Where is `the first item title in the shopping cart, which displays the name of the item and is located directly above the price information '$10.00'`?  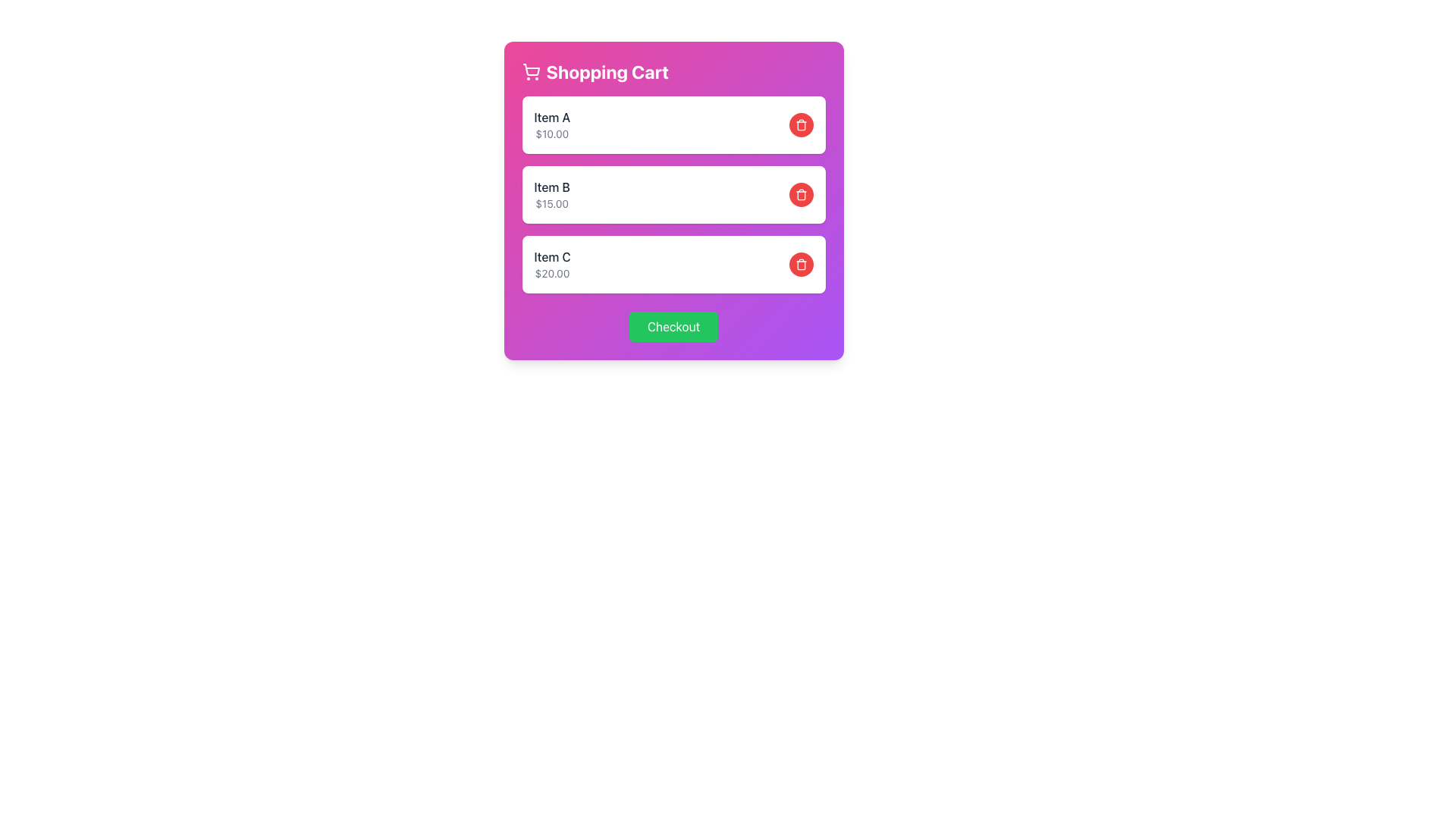 the first item title in the shopping cart, which displays the name of the item and is located directly above the price information '$10.00' is located at coordinates (551, 116).